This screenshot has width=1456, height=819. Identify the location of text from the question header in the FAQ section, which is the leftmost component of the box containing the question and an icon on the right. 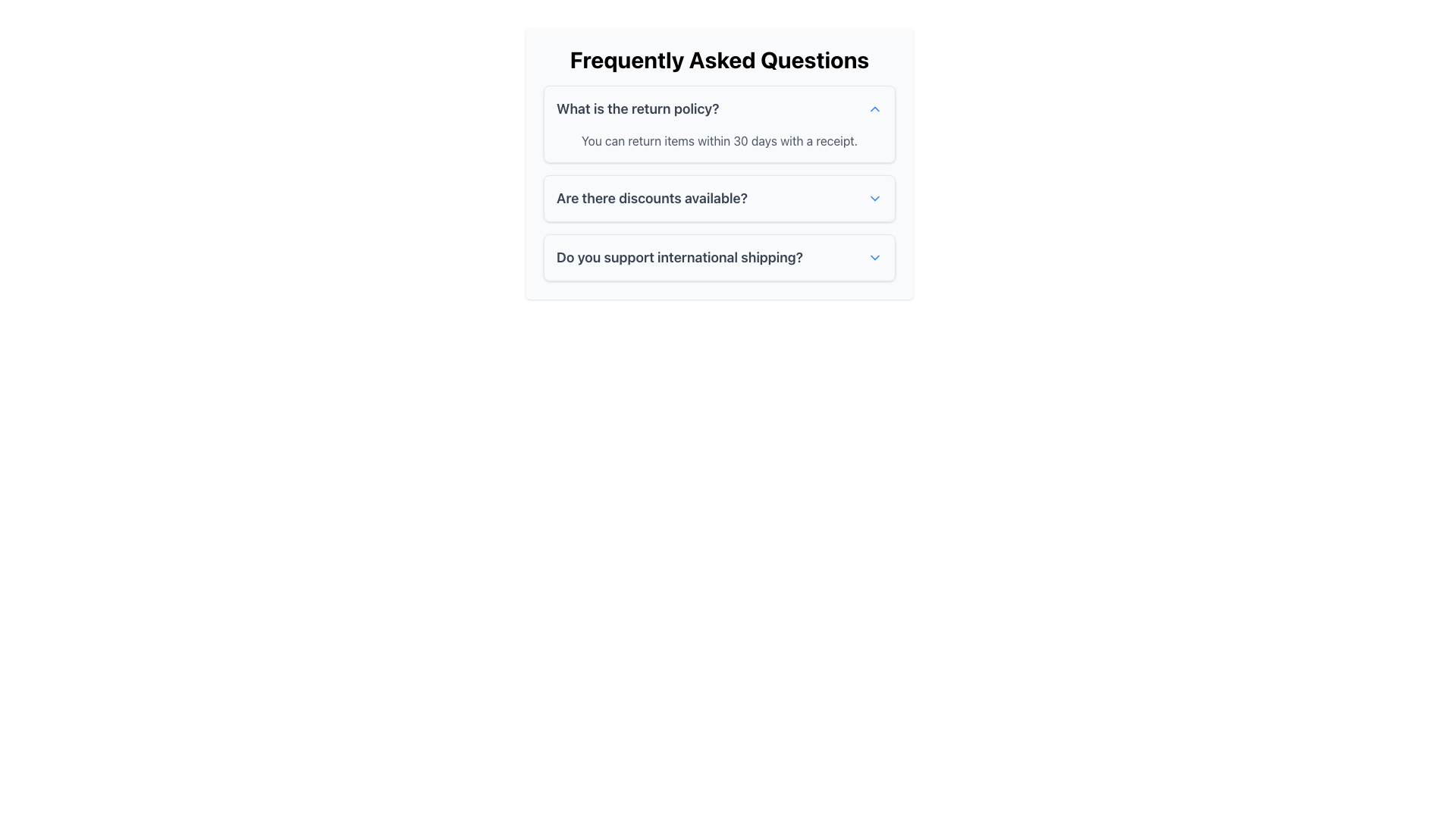
(638, 108).